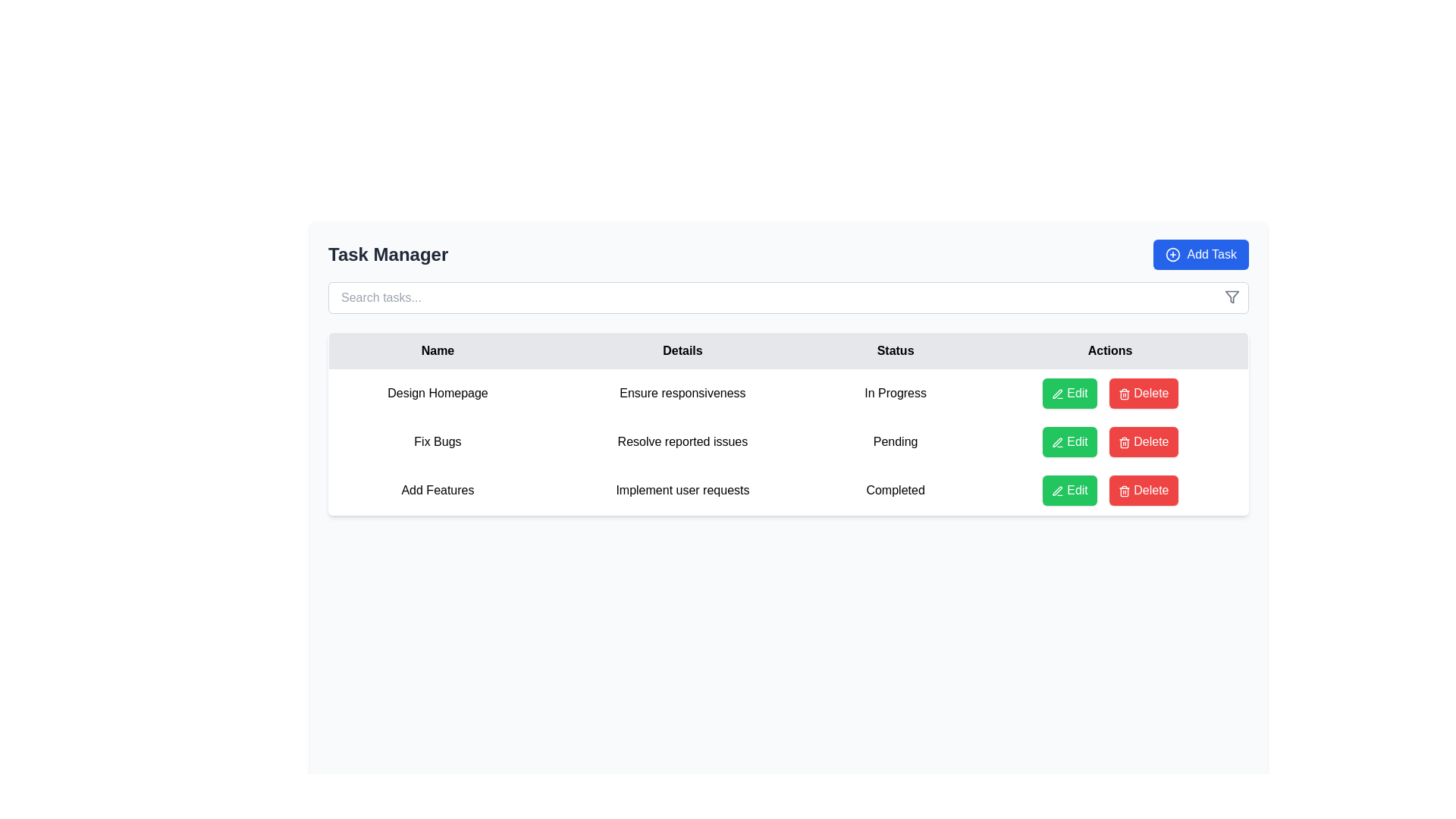  I want to click on the green 'Edit' button with a pencil icon located under the 'Actions' column in the last row of the table, so click(1068, 491).